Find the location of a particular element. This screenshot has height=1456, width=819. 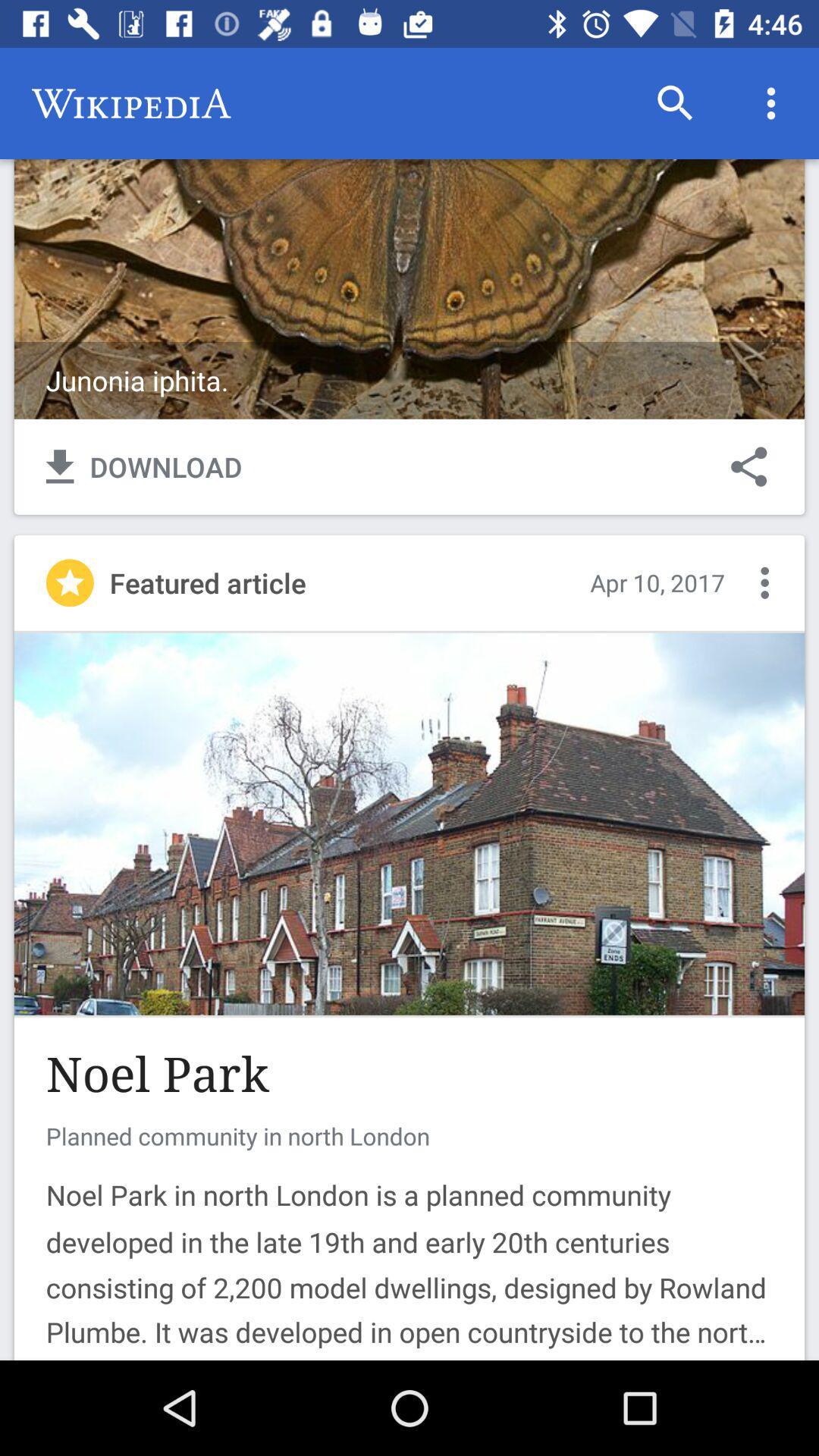

icon above the junonia iphita. icon is located at coordinates (771, 102).